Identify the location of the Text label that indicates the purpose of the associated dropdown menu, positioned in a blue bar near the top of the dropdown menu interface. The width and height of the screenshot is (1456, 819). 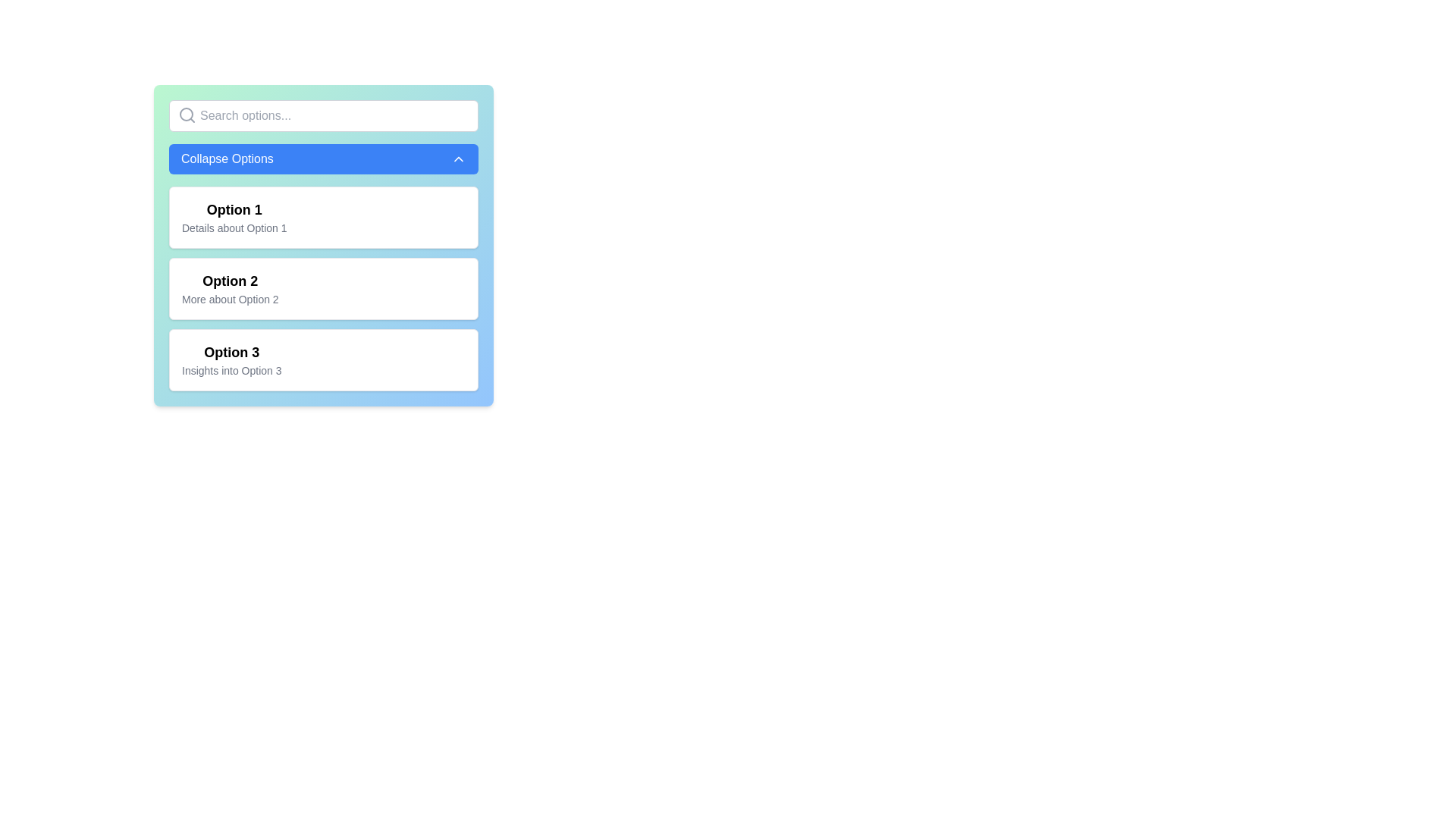
(226, 158).